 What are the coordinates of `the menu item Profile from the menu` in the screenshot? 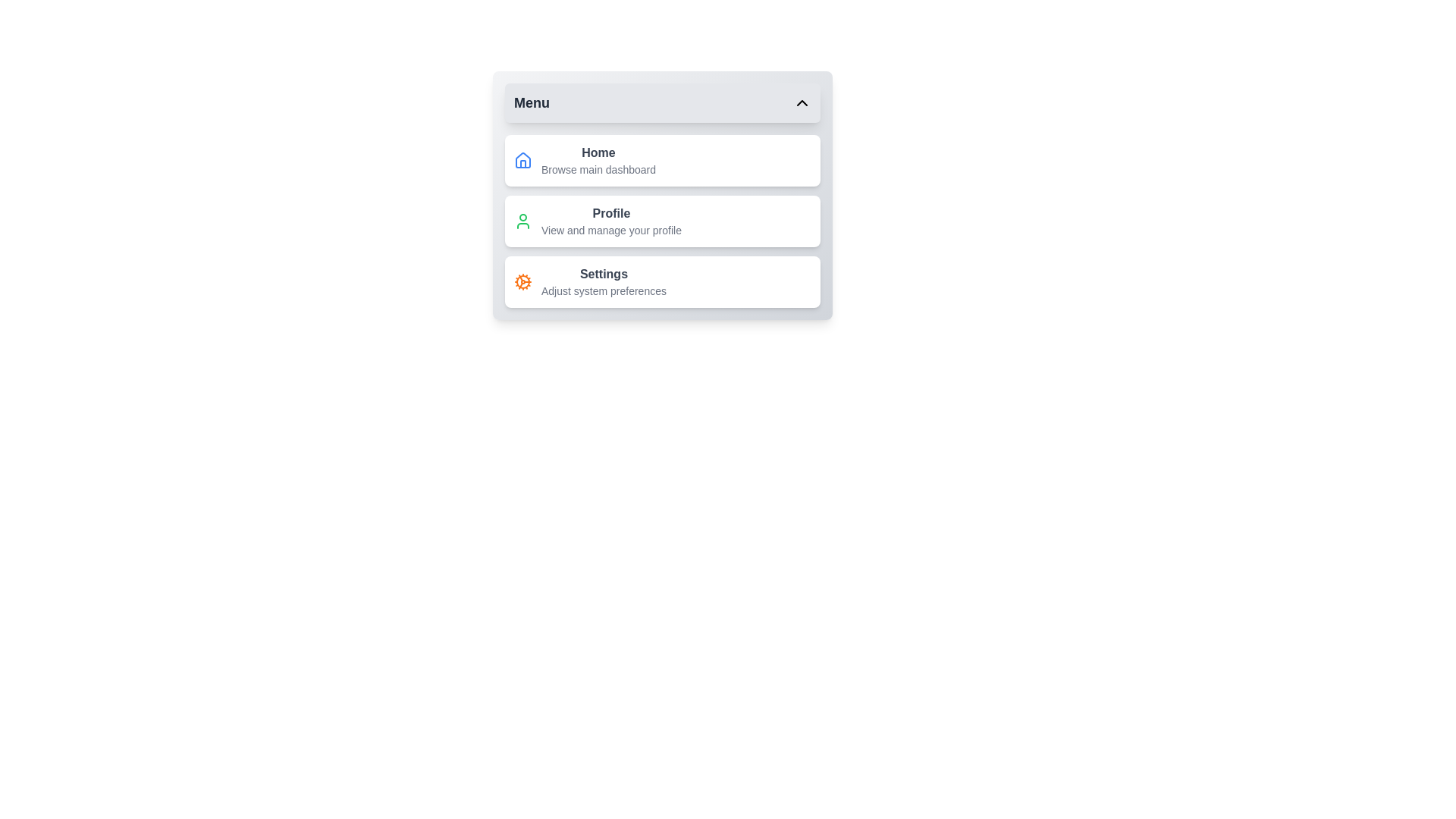 It's located at (662, 221).